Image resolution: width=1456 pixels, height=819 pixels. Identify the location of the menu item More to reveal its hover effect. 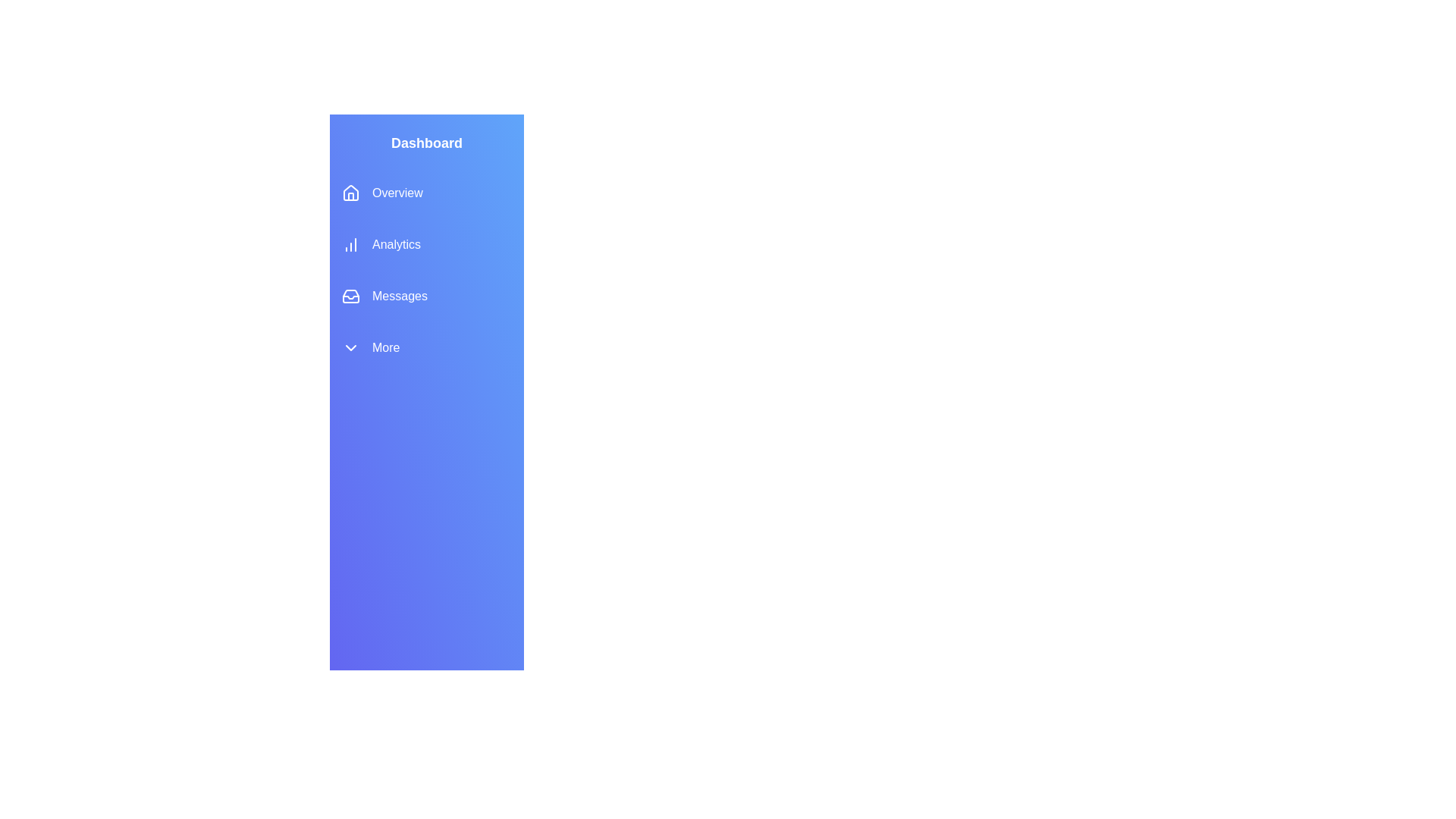
(425, 348).